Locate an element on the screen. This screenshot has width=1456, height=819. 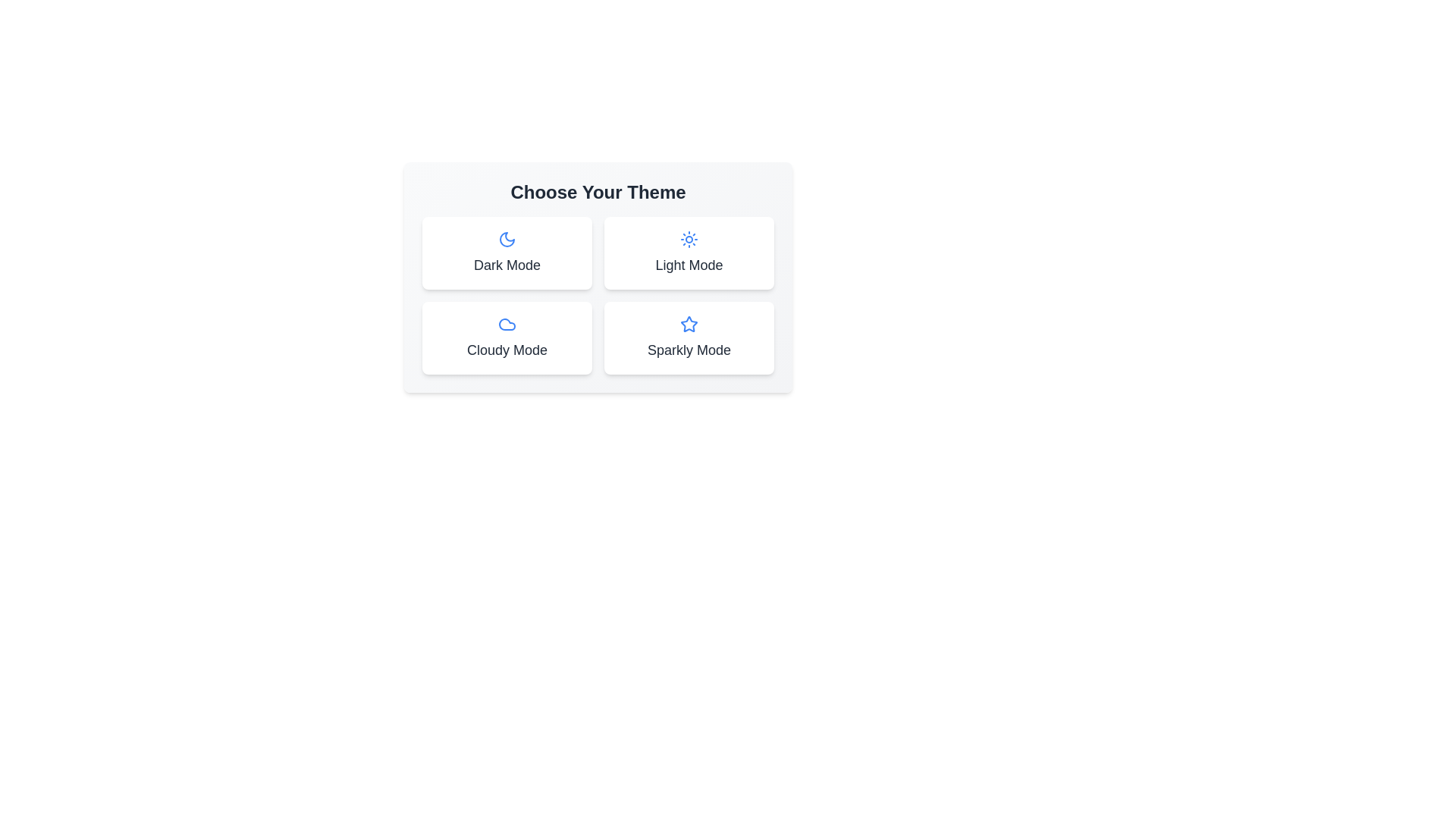
the 'Dark Mode' selectable card option, which is the first card in a 2x2 grid under 'Choose Your Theme', featuring a crescent moon icon and bold text is located at coordinates (507, 253).